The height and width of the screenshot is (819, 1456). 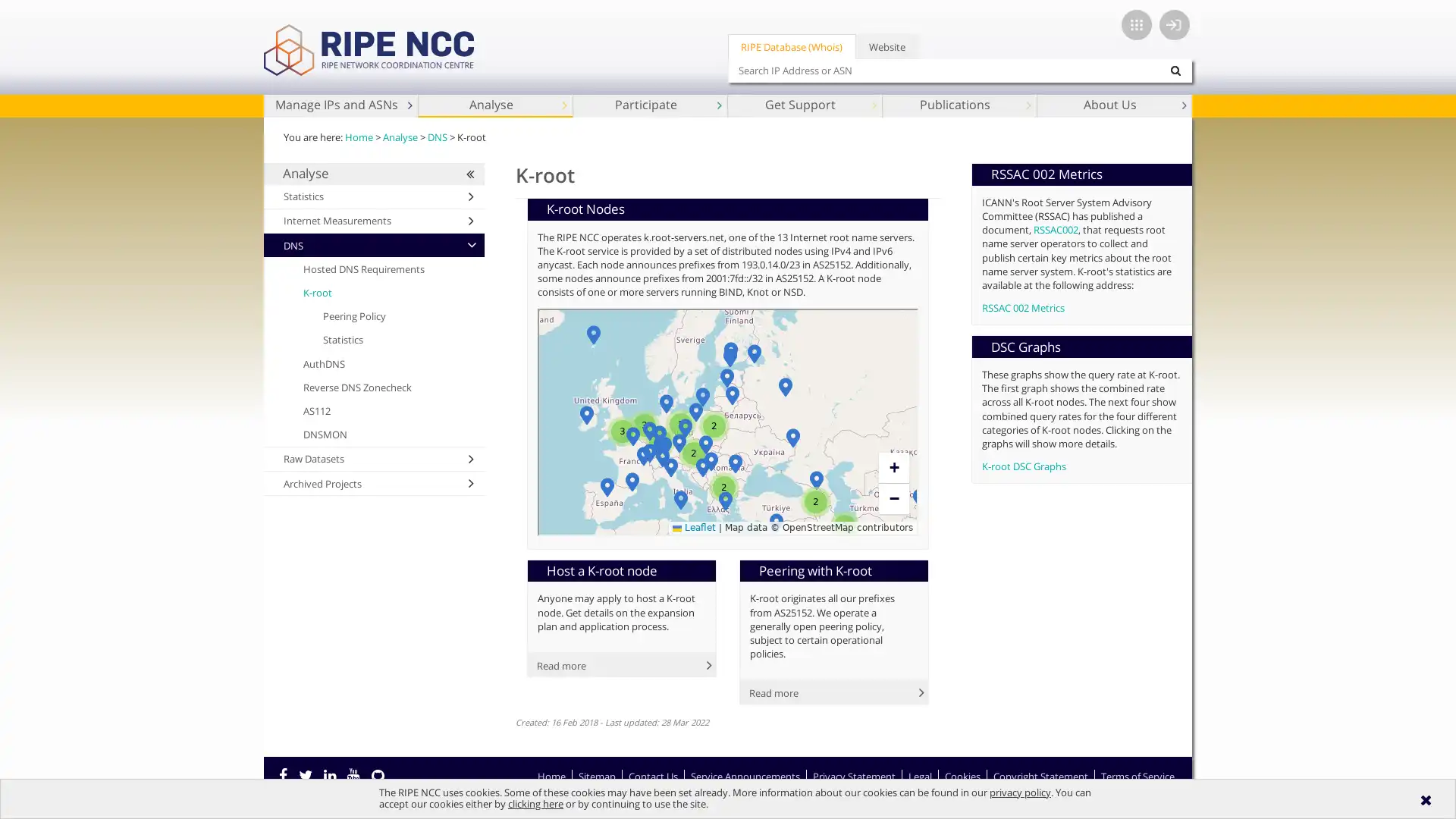 What do you see at coordinates (1136, 25) in the screenshot?
I see `App switcher` at bounding box center [1136, 25].